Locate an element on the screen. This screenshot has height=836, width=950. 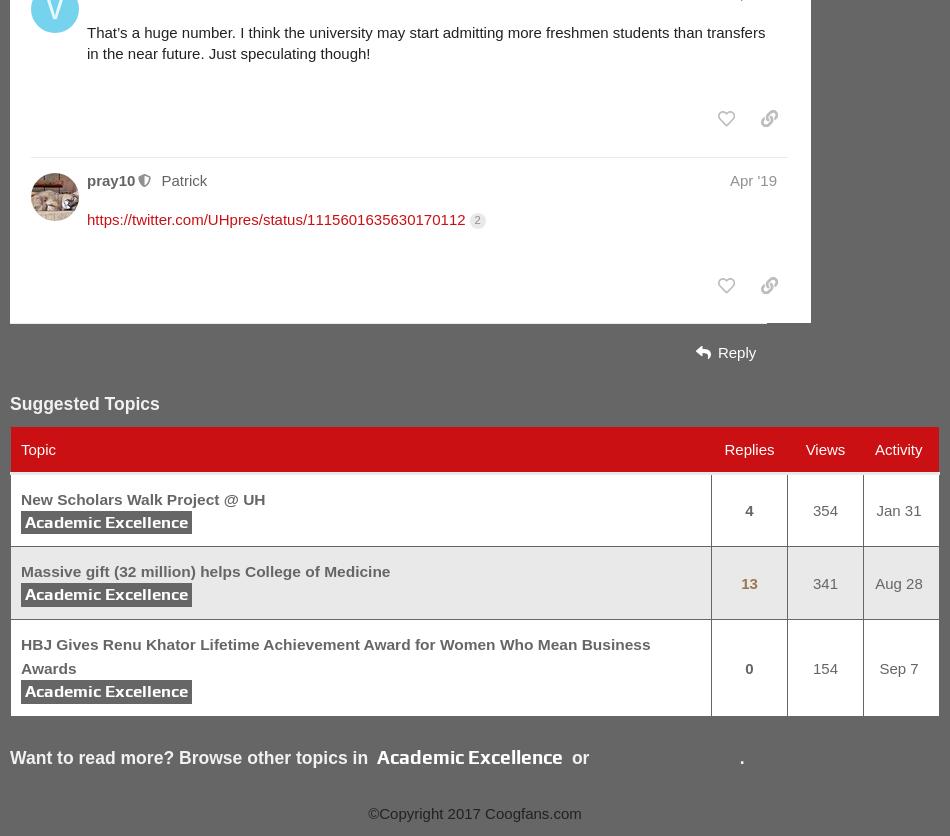
'Sep 7' is located at coordinates (897, 667).